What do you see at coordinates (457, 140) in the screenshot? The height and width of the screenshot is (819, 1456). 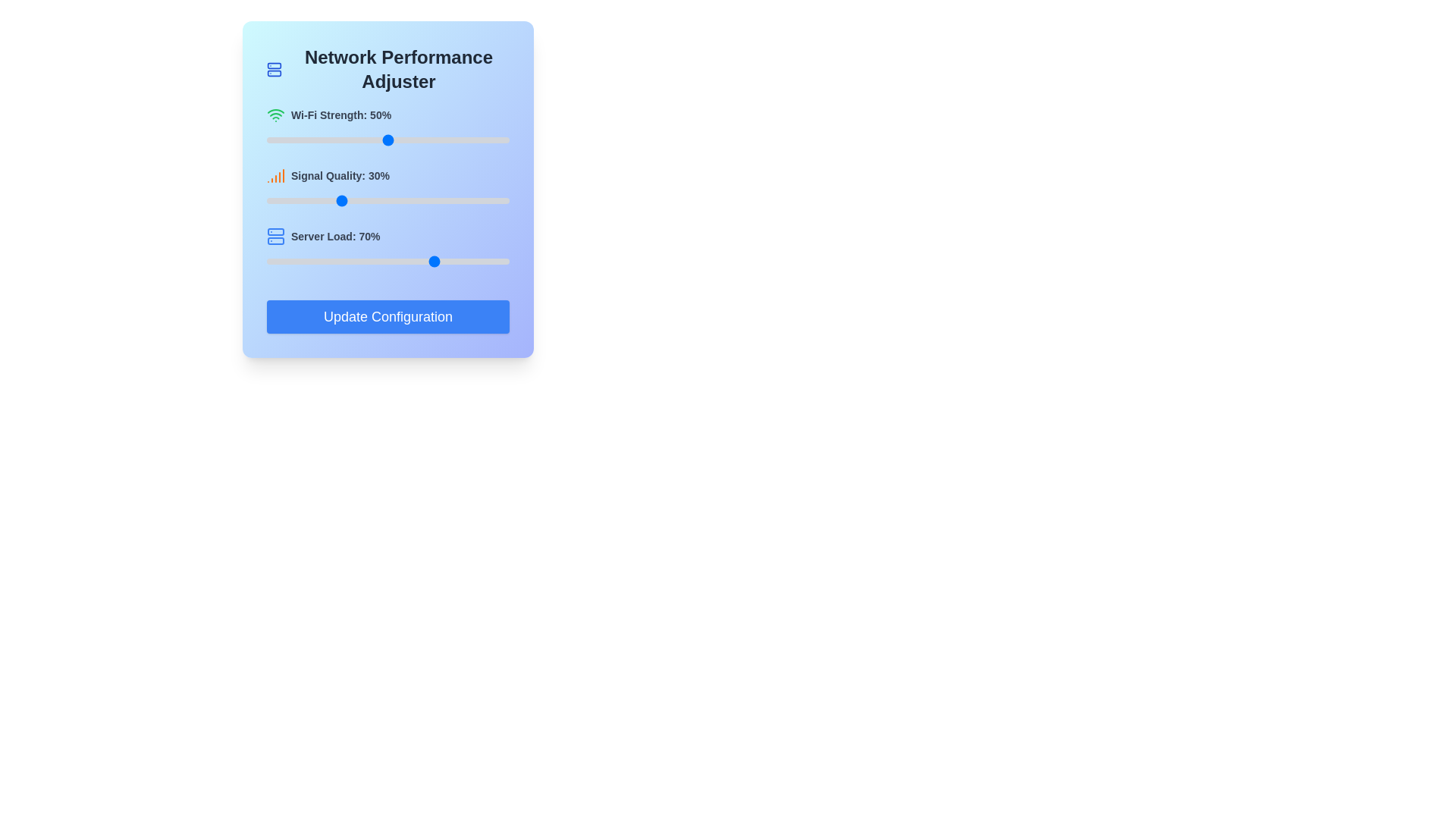 I see `Wi-Fi strength` at bounding box center [457, 140].